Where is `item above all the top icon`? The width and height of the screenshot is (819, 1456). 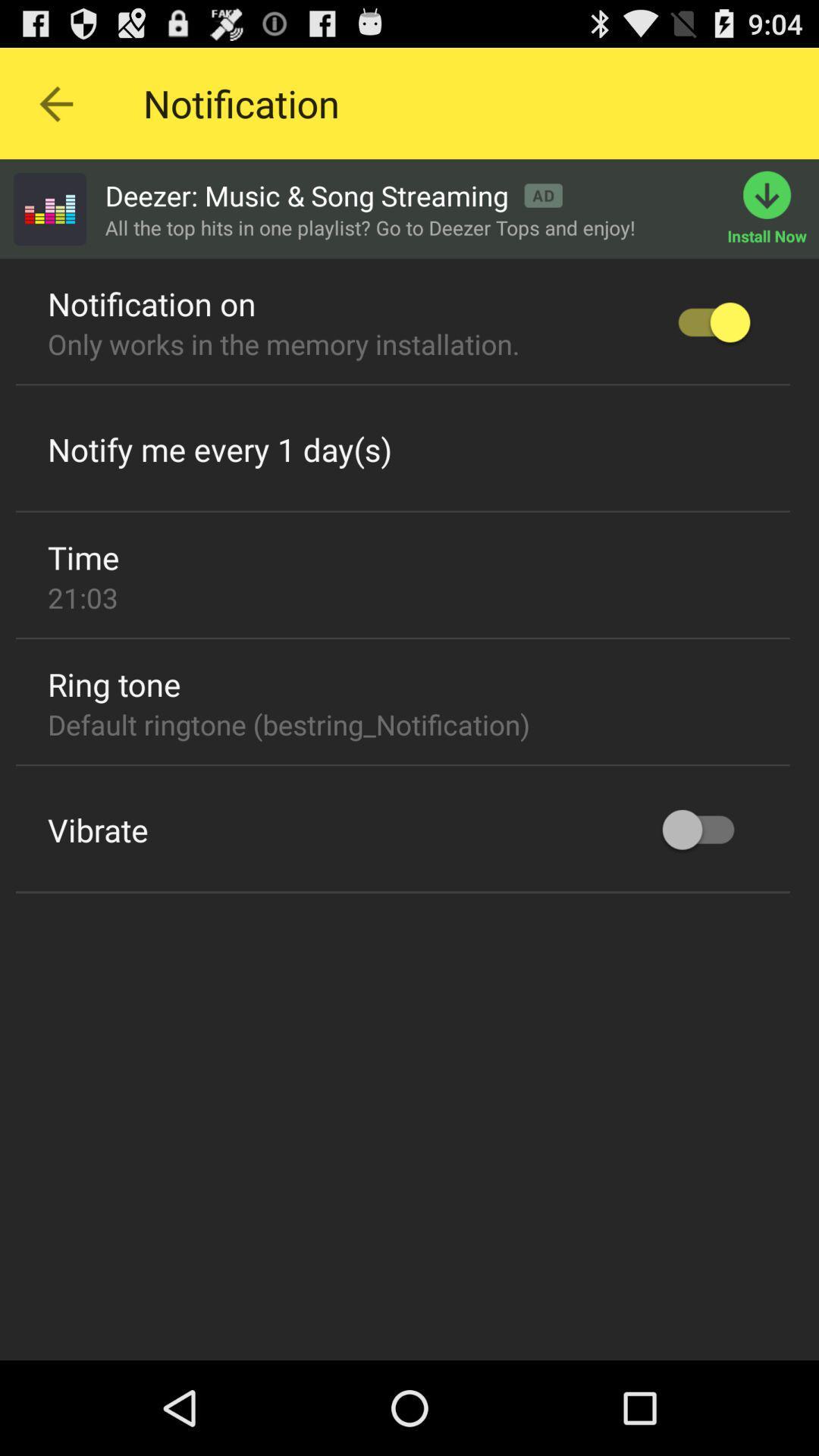
item above all the top icon is located at coordinates (333, 195).